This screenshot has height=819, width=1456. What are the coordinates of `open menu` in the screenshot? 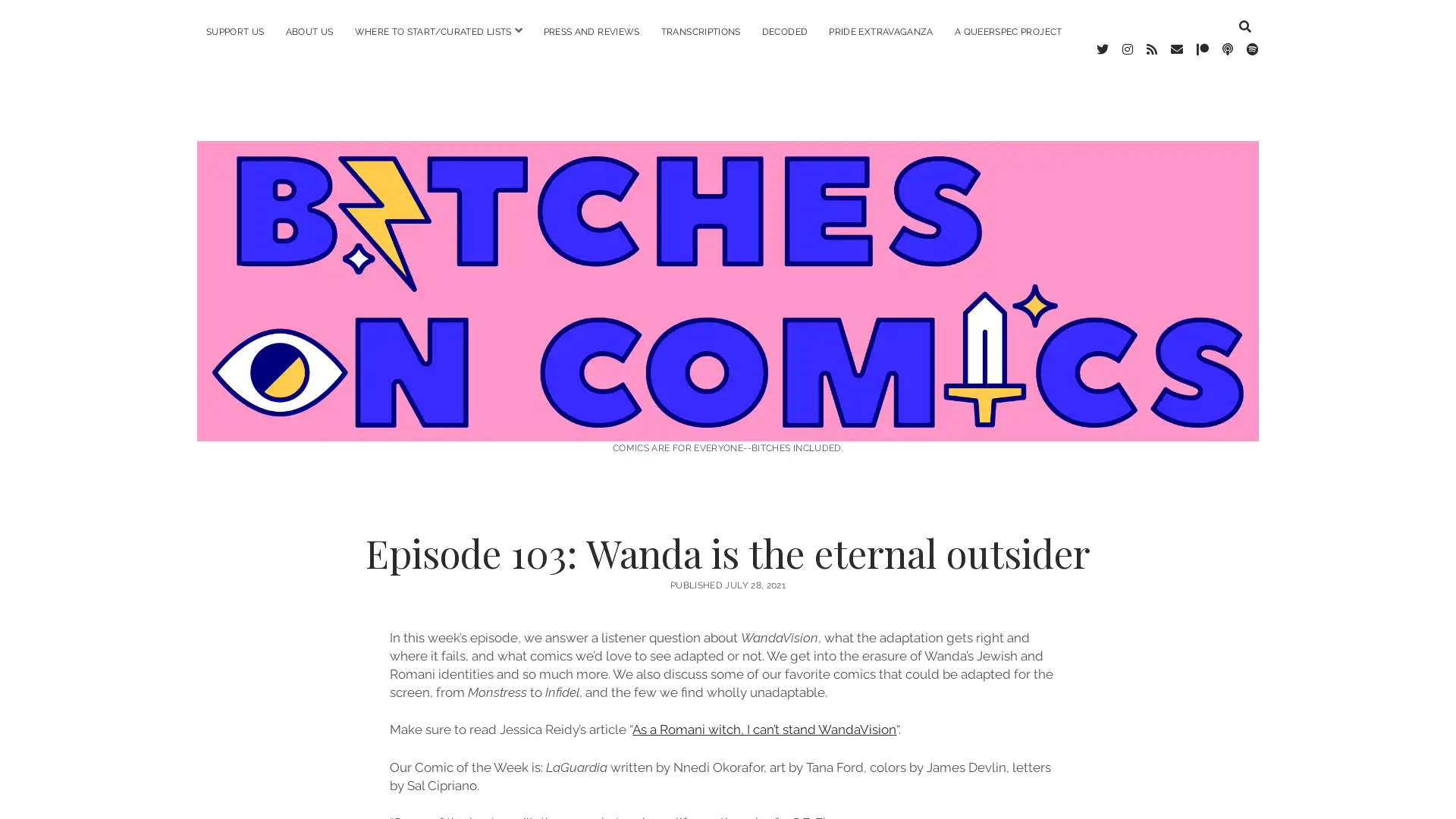 It's located at (517, 30).